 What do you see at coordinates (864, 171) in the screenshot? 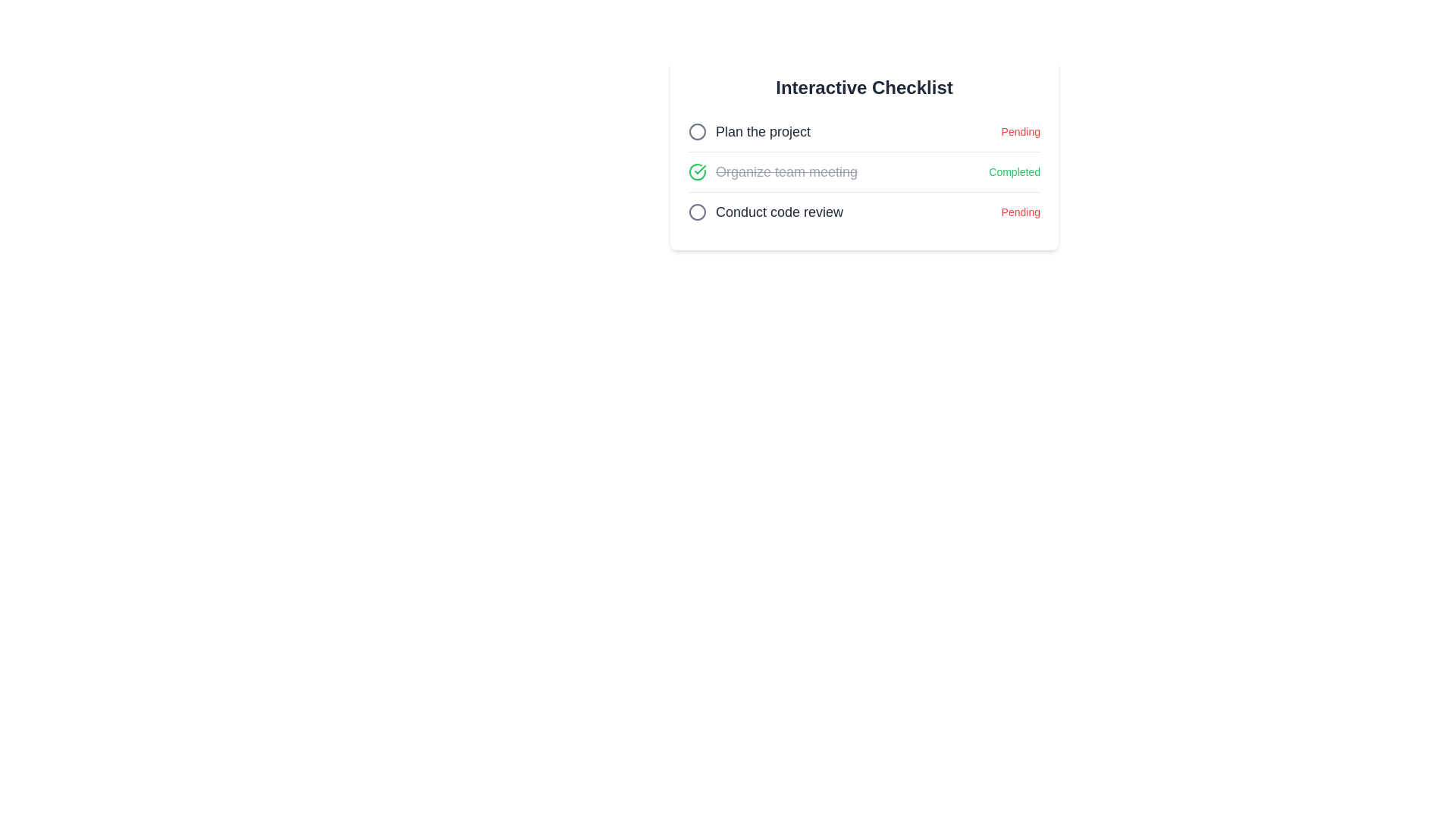
I see `the checklist item titled 'Organize team meeting' with the status 'Completed'` at bounding box center [864, 171].